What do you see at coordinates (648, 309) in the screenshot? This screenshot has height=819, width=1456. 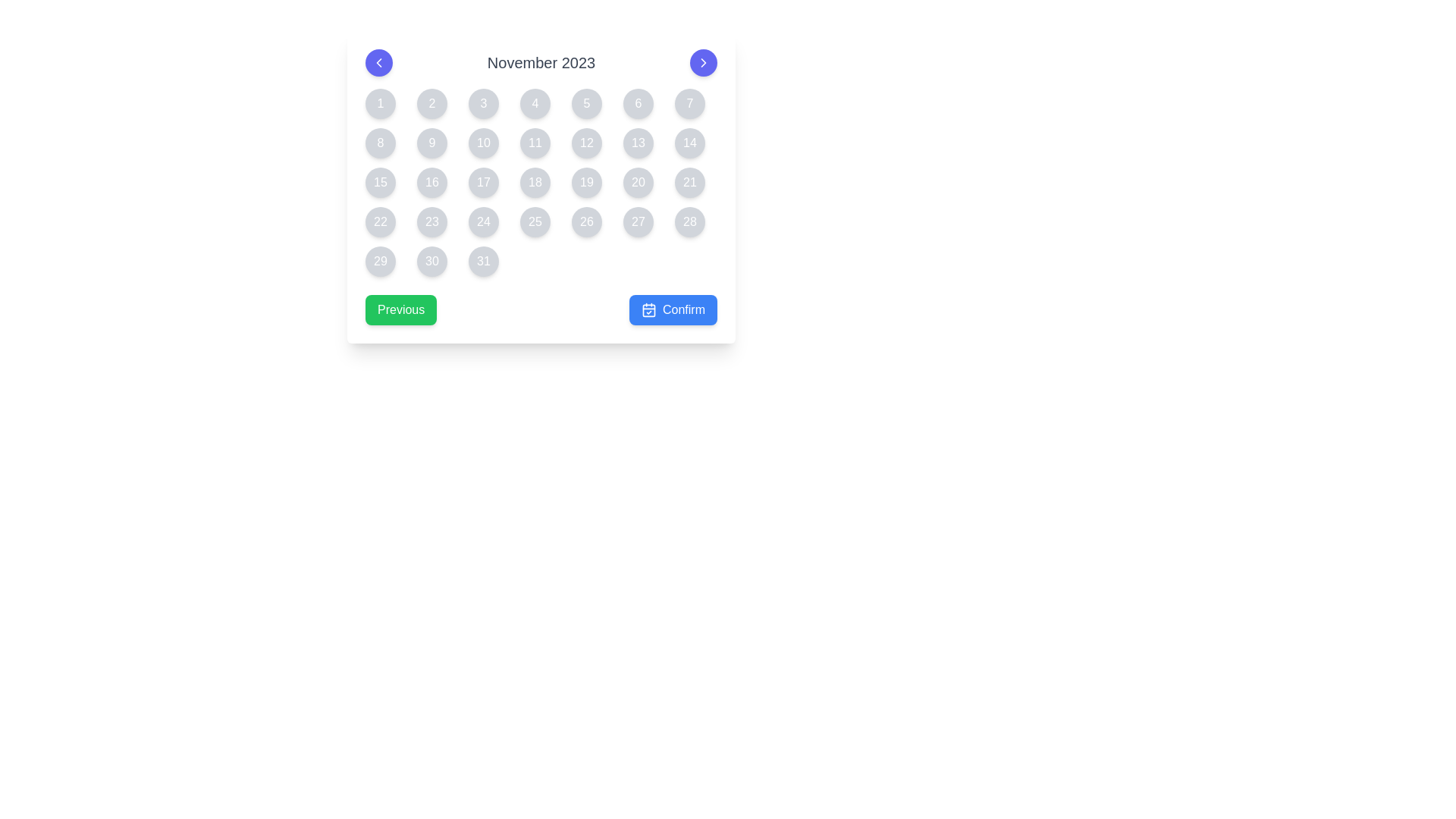 I see `the blue button containing the small calendar icon with a check mark` at bounding box center [648, 309].